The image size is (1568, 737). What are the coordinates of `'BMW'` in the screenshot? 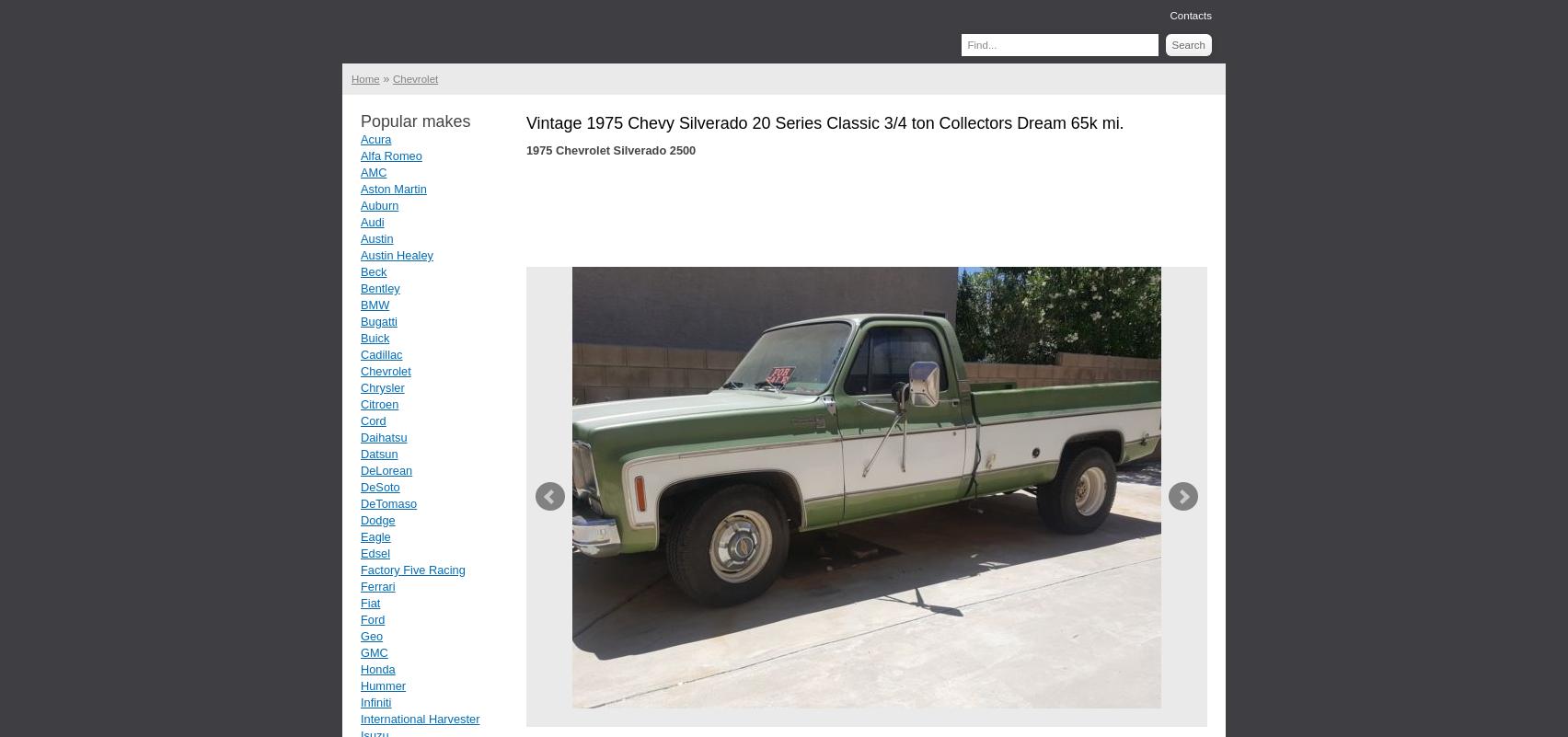 It's located at (374, 304).